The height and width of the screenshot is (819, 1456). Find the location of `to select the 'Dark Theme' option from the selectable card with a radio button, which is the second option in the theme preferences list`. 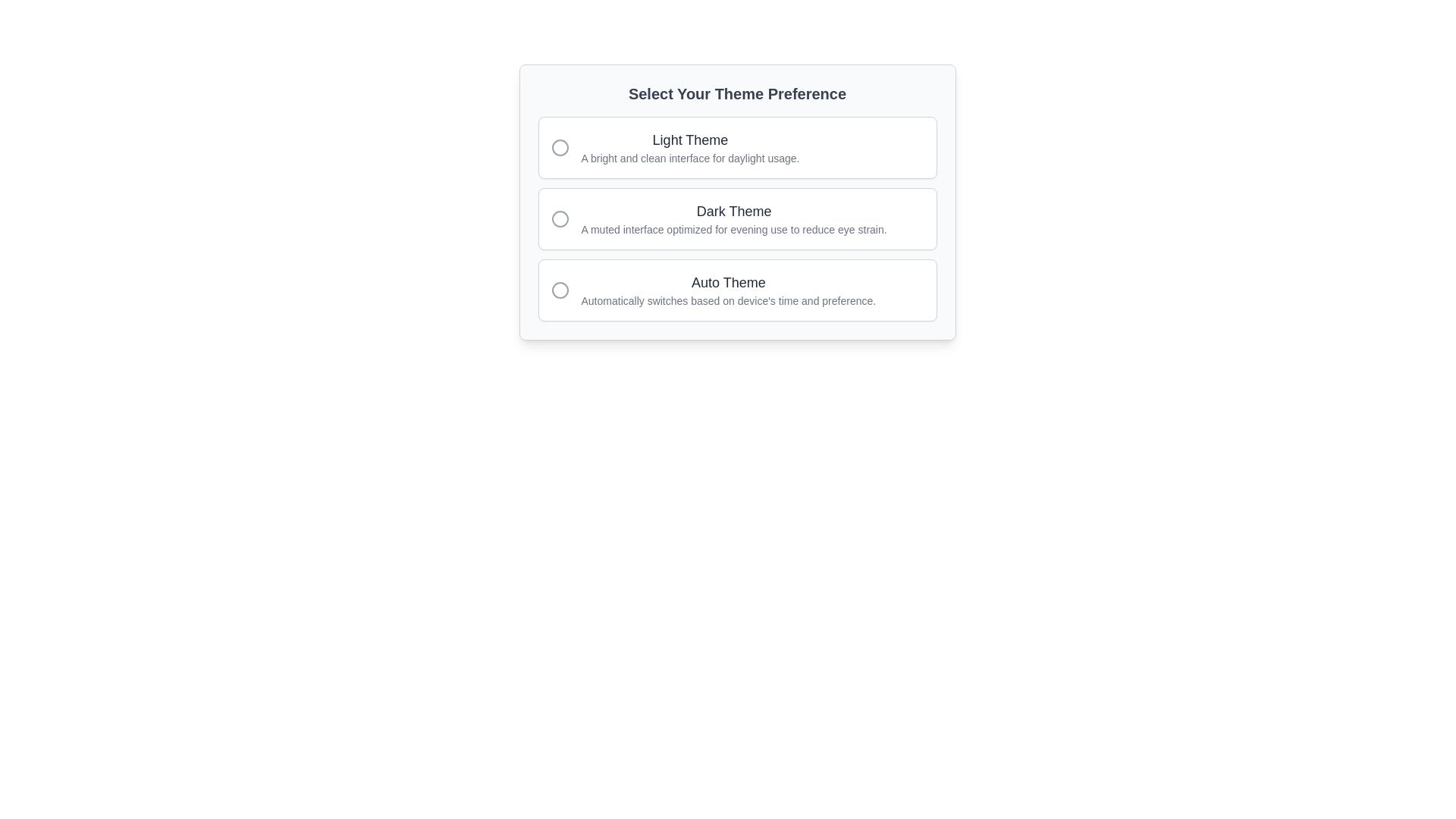

to select the 'Dark Theme' option from the selectable card with a radio button, which is the second option in the theme preferences list is located at coordinates (737, 219).